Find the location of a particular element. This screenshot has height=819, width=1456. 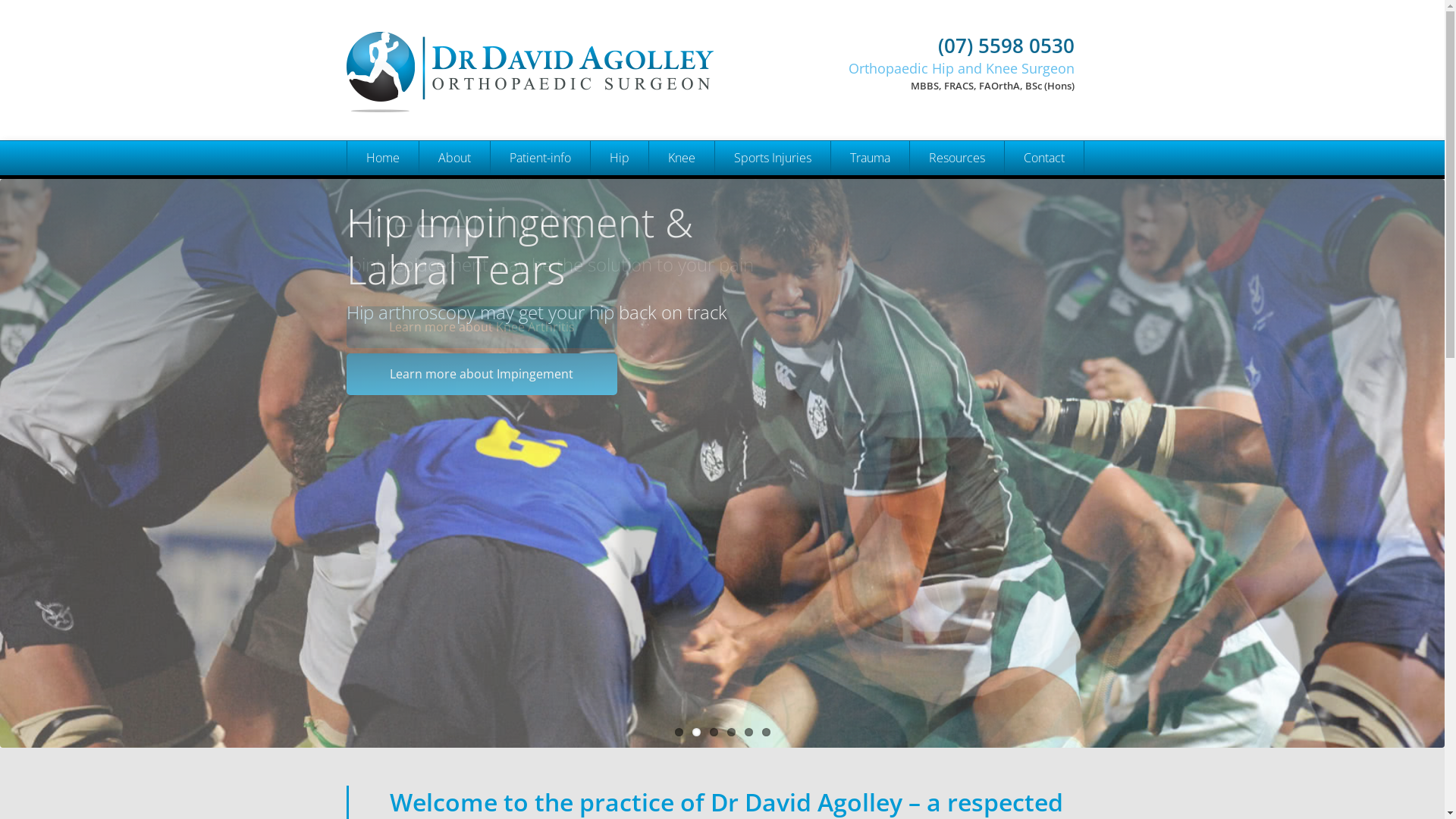

'Home' is located at coordinates (345, 158).